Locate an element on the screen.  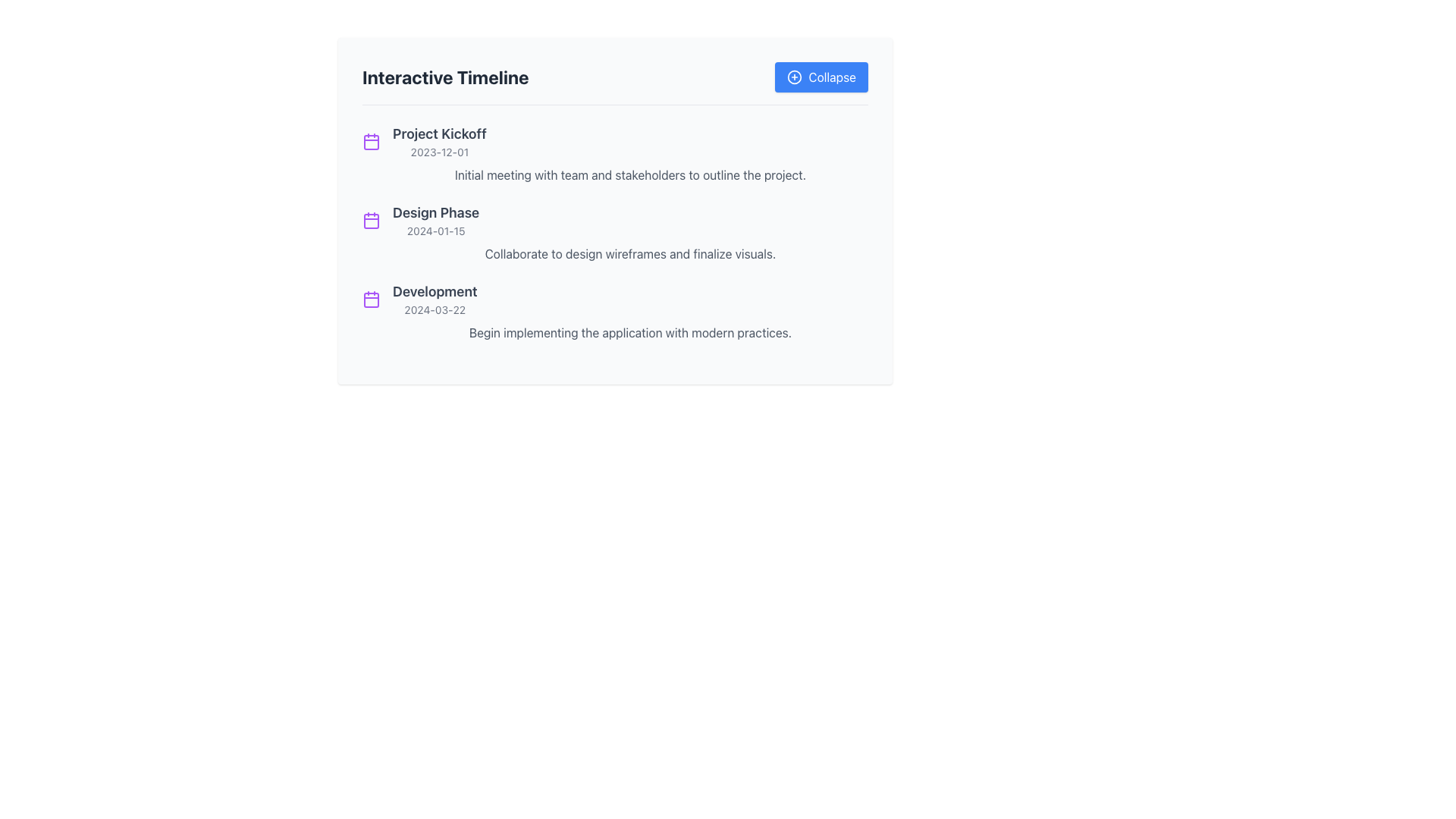
the 'Design Phase' timeline event block, which is the second item is located at coordinates (615, 220).